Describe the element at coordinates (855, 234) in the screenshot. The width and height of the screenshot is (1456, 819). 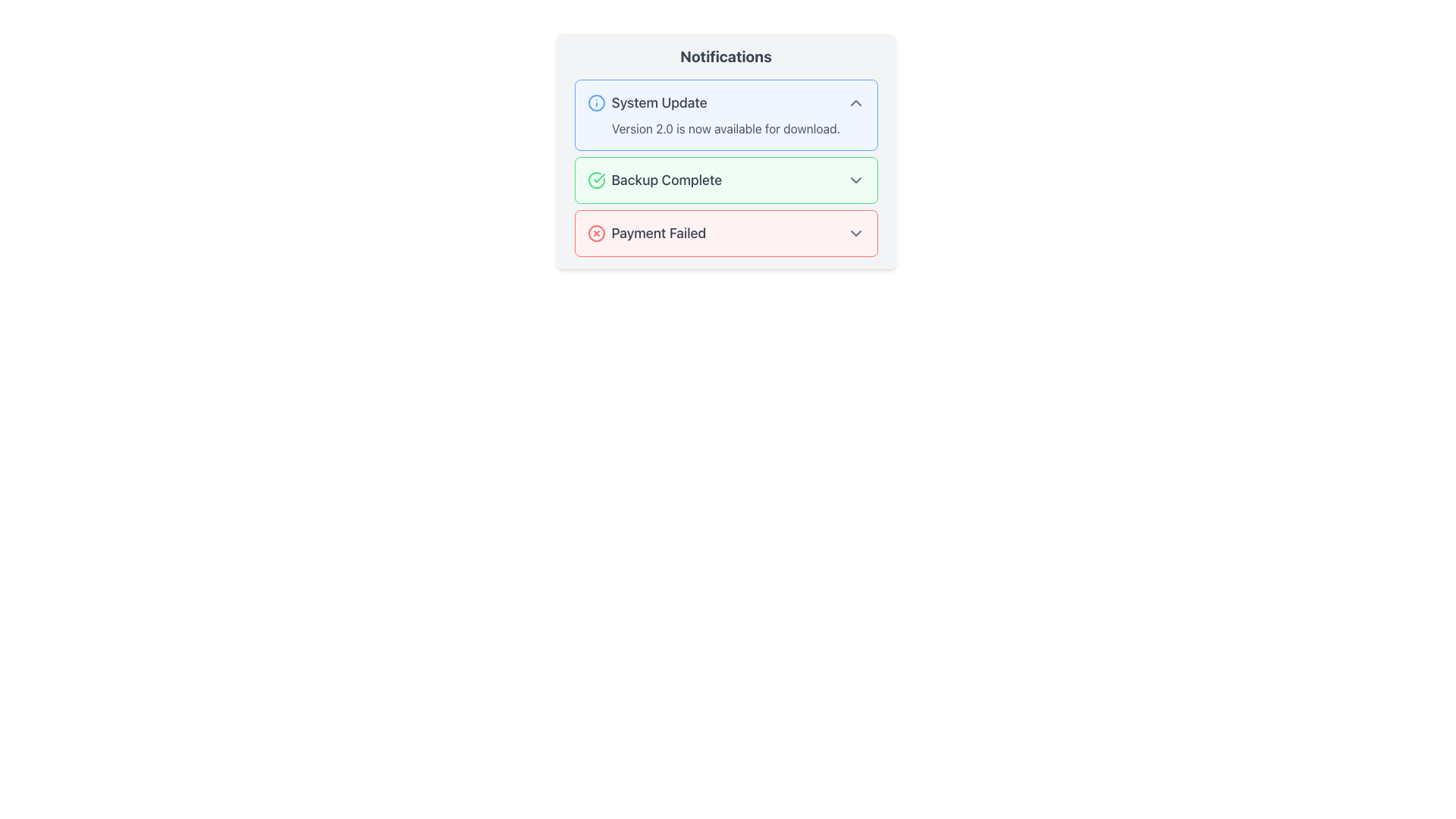
I see `the downward-pointing arrow icon (chevron) in the light red box labeled 'Payment Failed'` at that location.